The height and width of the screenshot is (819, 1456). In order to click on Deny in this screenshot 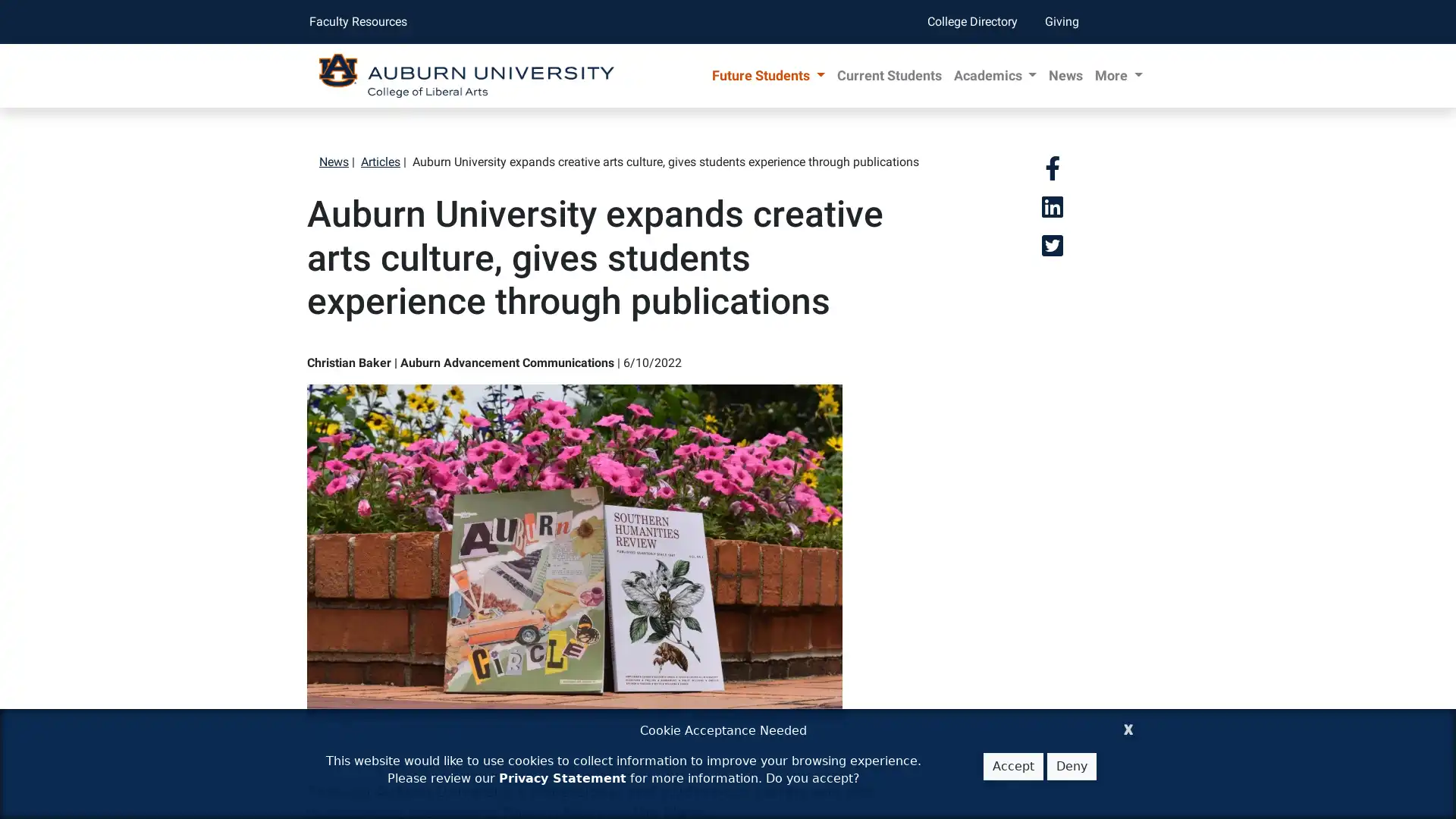, I will do `click(1071, 766)`.